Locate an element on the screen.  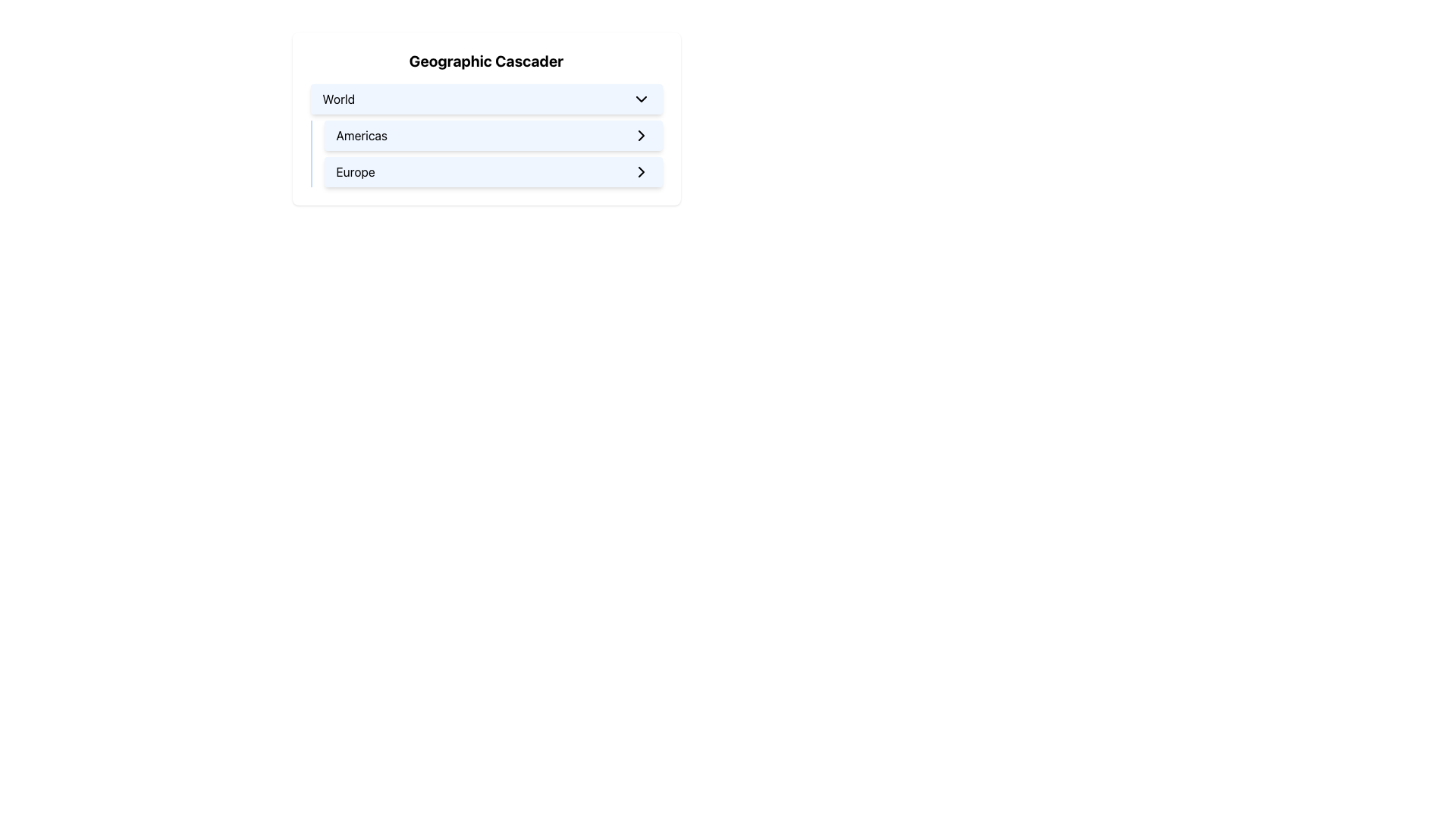
label of the Text Display titled 'Geographic Cascader', which is a bold, large text positioned at the top of its section is located at coordinates (486, 61).